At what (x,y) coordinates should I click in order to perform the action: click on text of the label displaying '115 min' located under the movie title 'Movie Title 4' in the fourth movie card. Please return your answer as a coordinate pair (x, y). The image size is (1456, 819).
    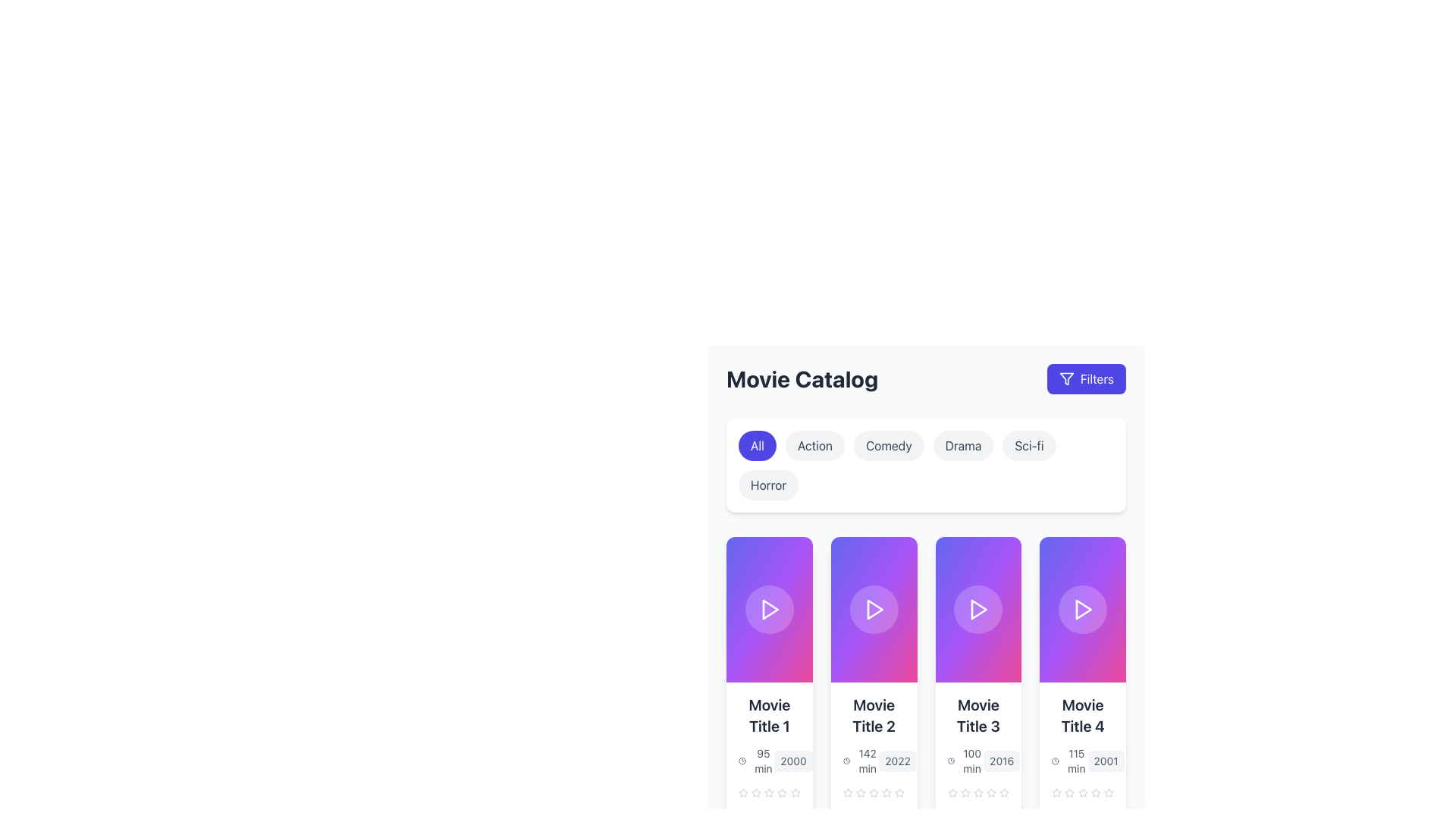
    Looking at the image, I should click on (1075, 761).